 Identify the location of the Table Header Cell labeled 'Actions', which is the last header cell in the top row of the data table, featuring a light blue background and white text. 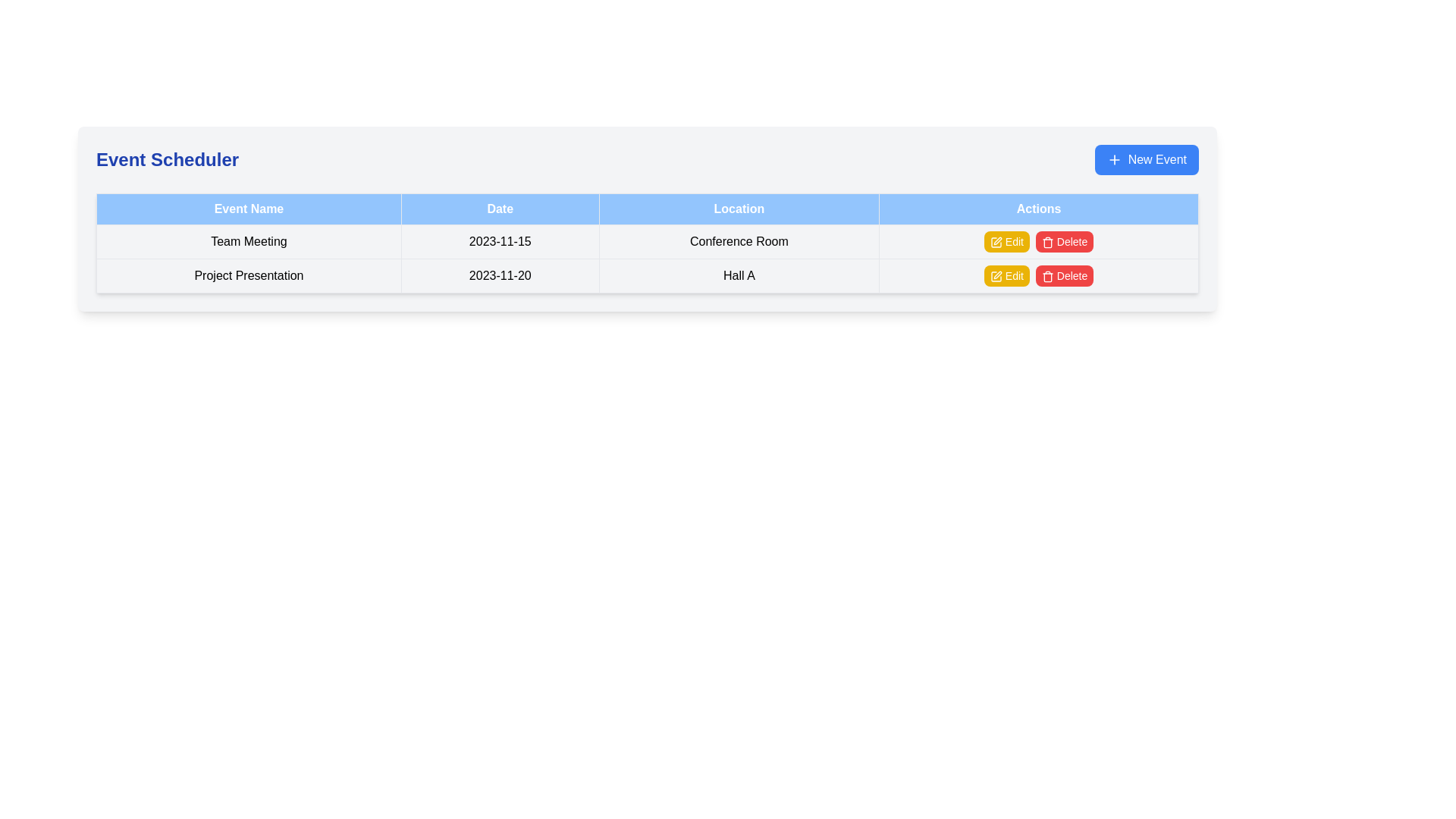
(1038, 209).